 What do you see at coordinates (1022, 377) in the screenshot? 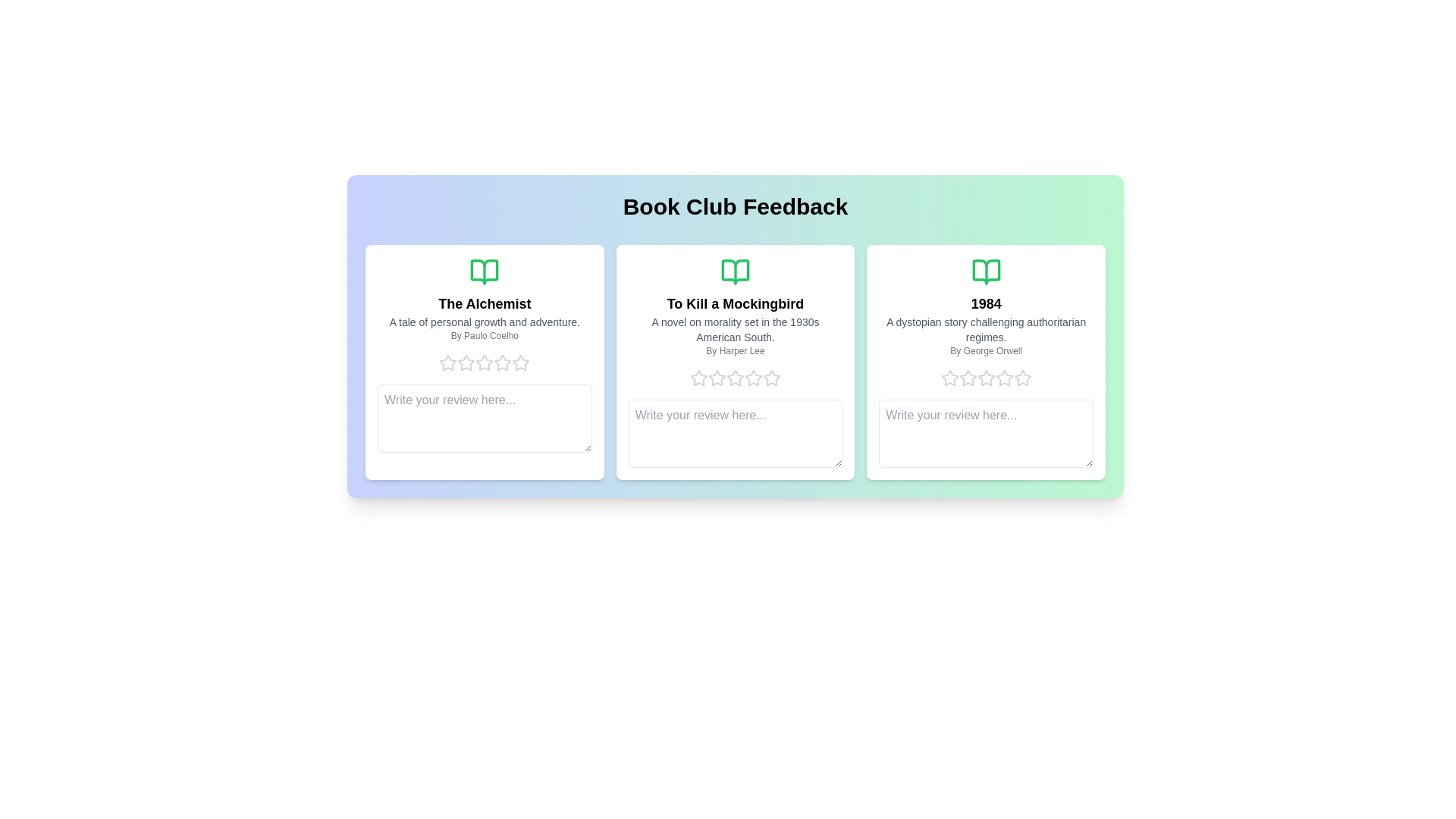
I see `the fifth star rating icon for the book '1984', which is part of a star rating system and is light gray with a thin stroke outline` at bounding box center [1022, 377].